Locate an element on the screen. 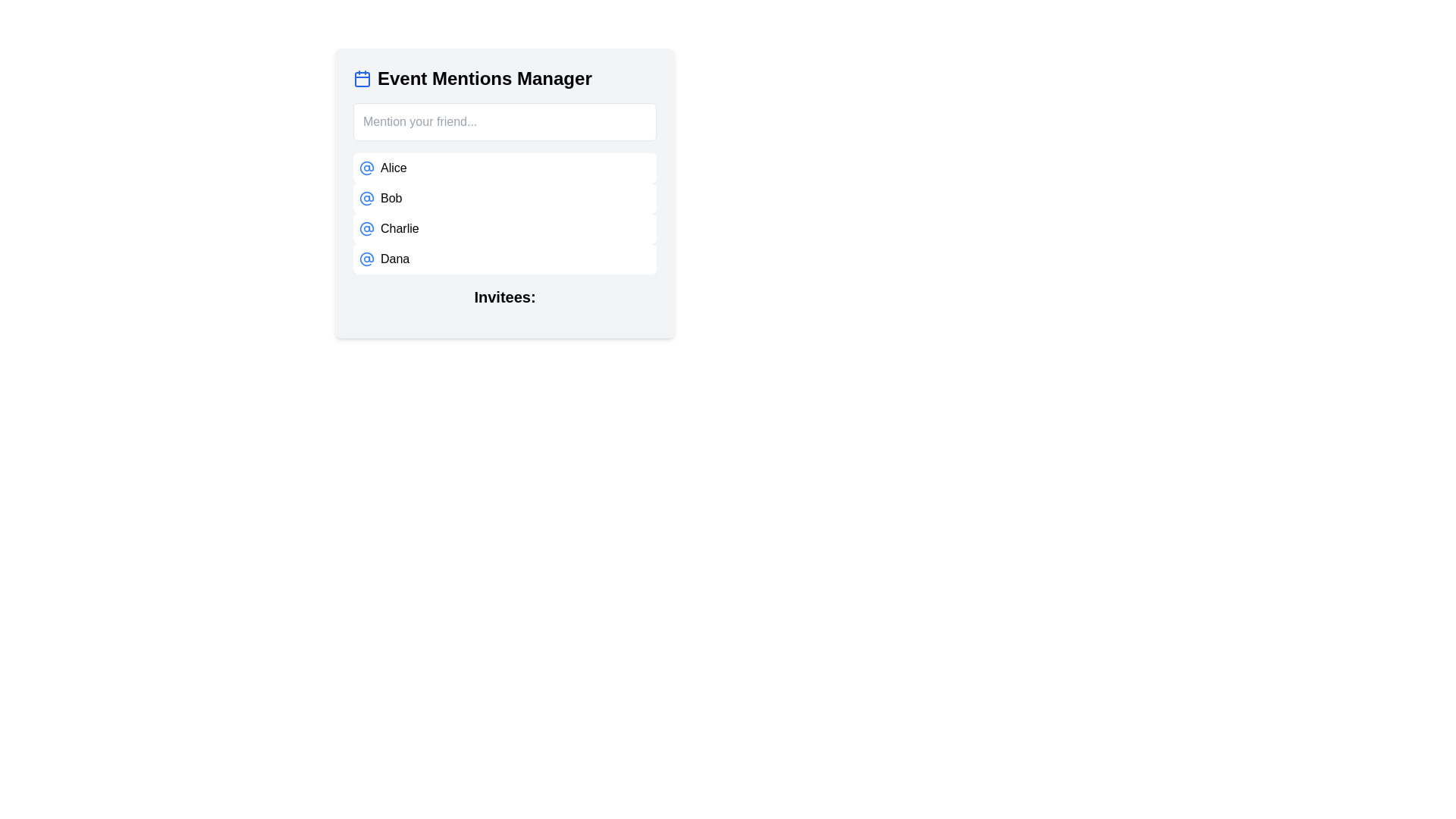 This screenshot has height=819, width=1456. the text label displaying 'Charlie', which is the third item in the list of names is located at coordinates (400, 228).